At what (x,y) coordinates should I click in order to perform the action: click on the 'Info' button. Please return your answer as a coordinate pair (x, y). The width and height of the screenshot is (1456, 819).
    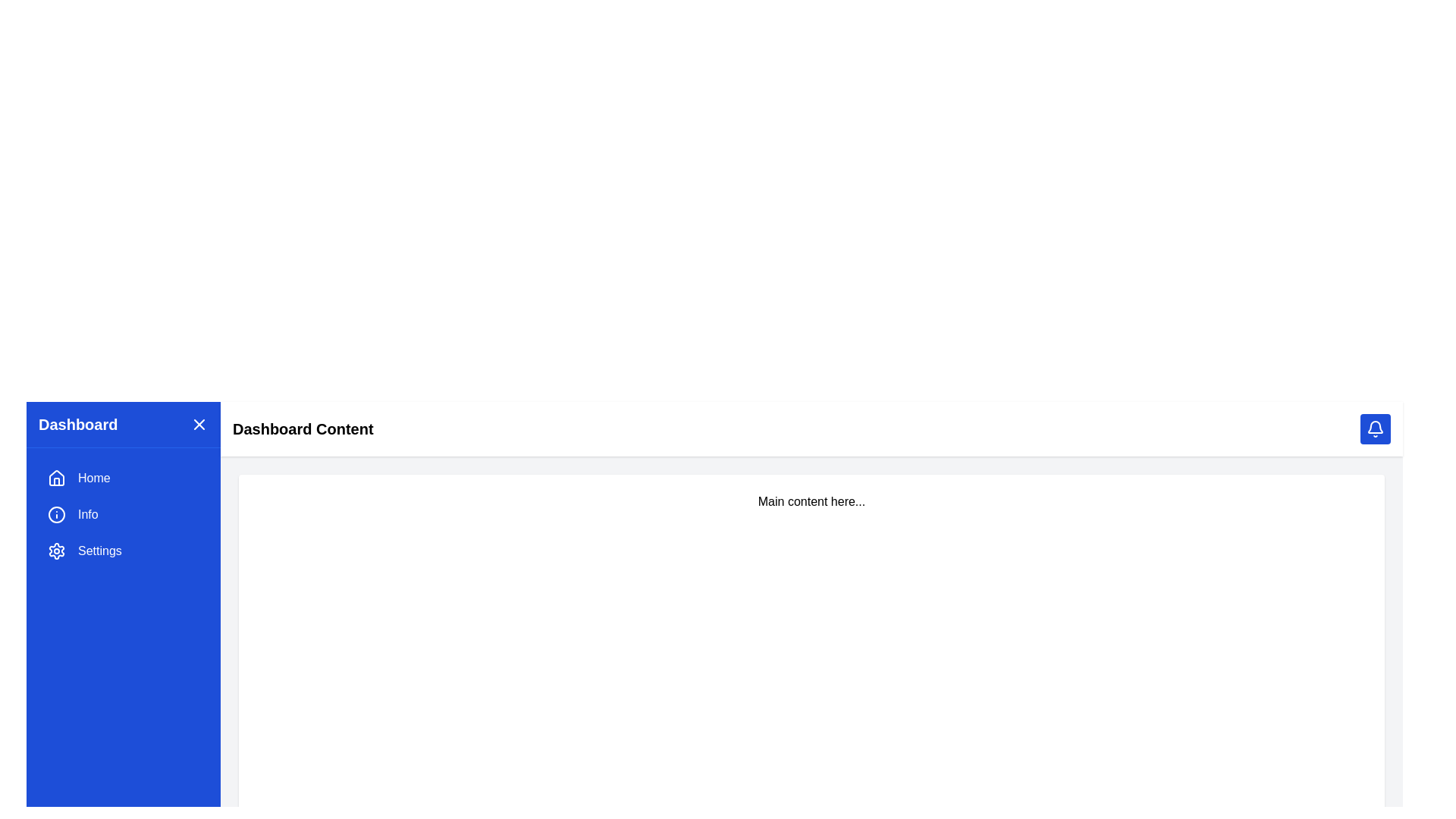
    Looking at the image, I should click on (124, 513).